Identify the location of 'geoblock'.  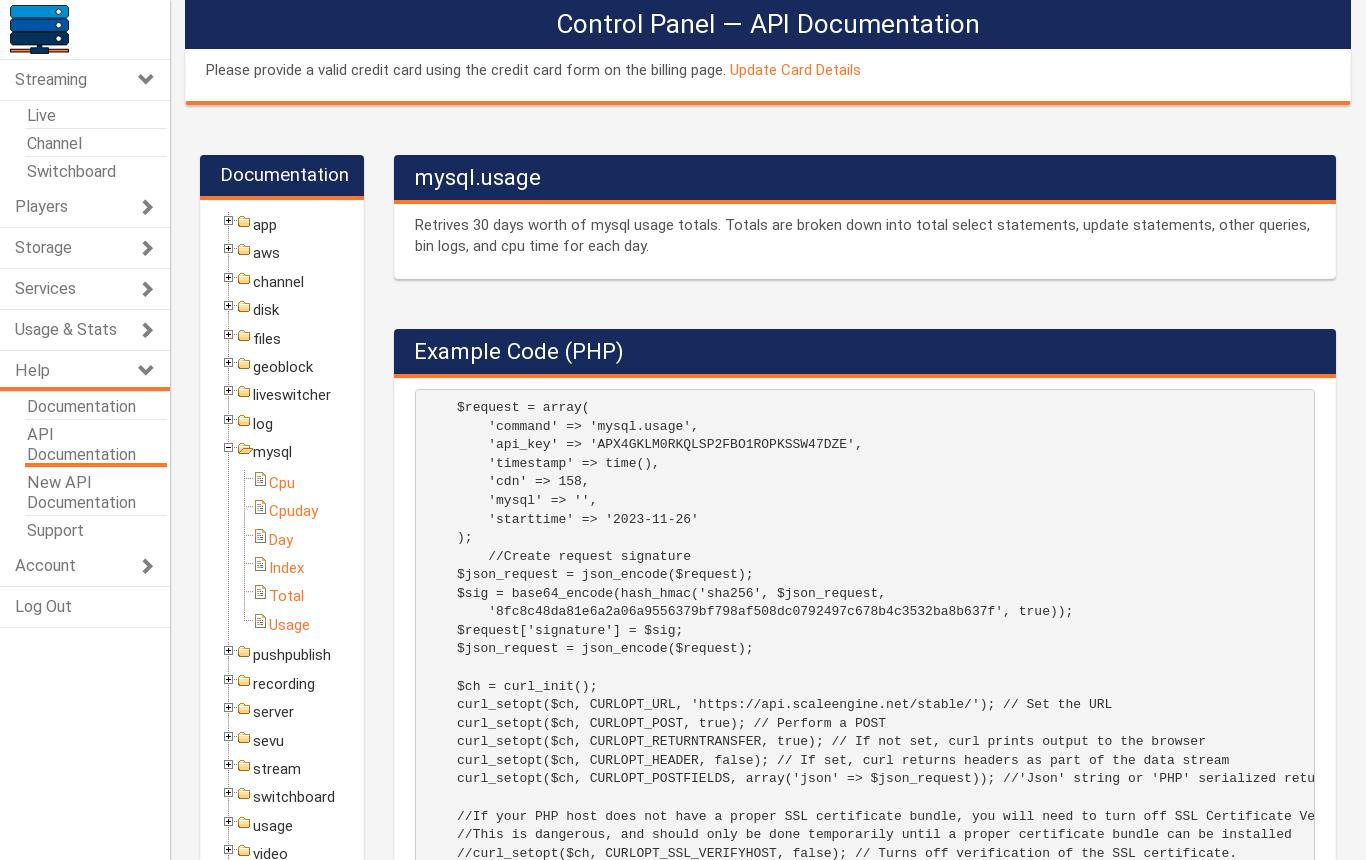
(283, 366).